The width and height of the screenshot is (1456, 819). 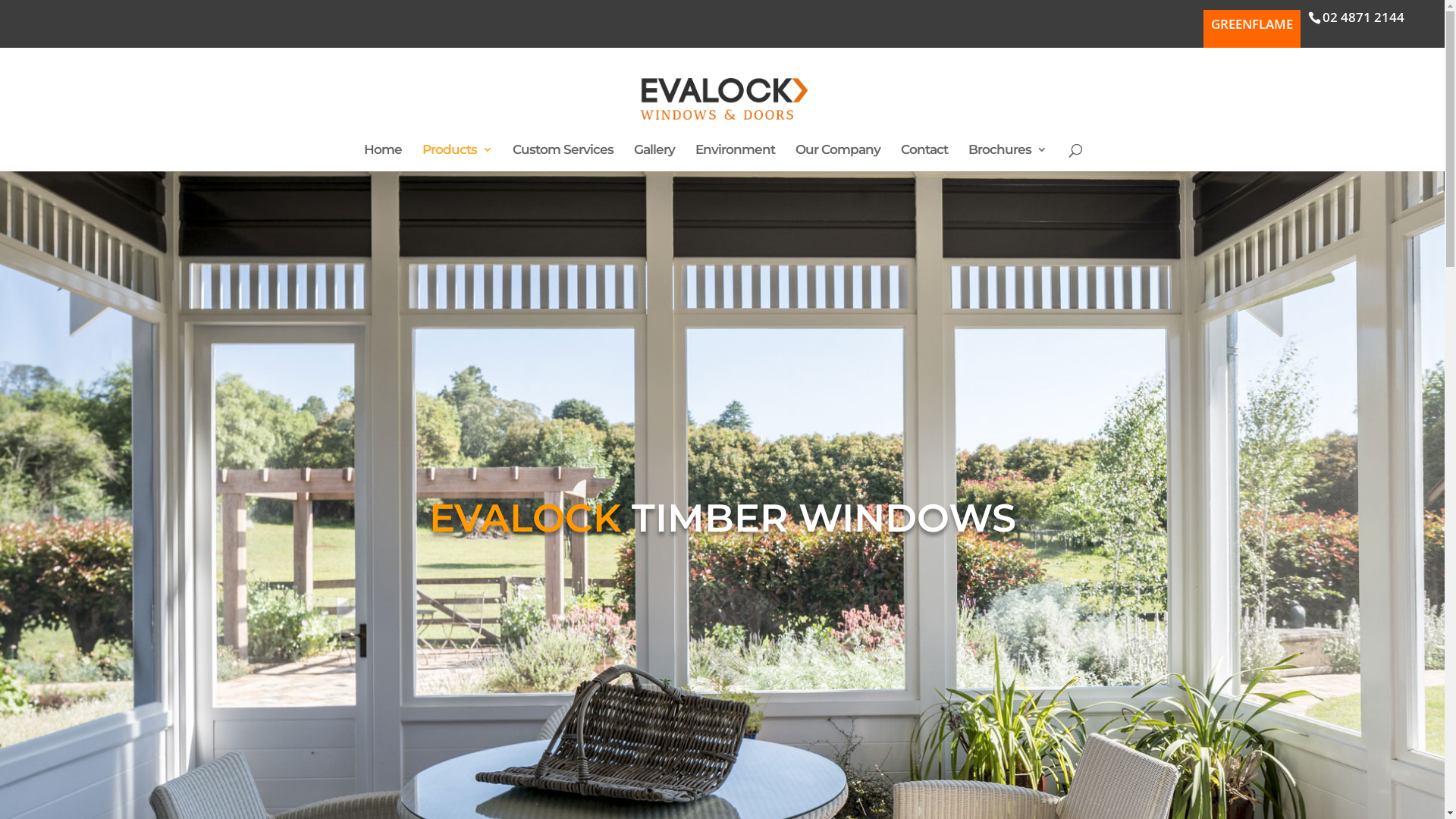 I want to click on 'Environment', so click(x=735, y=158).